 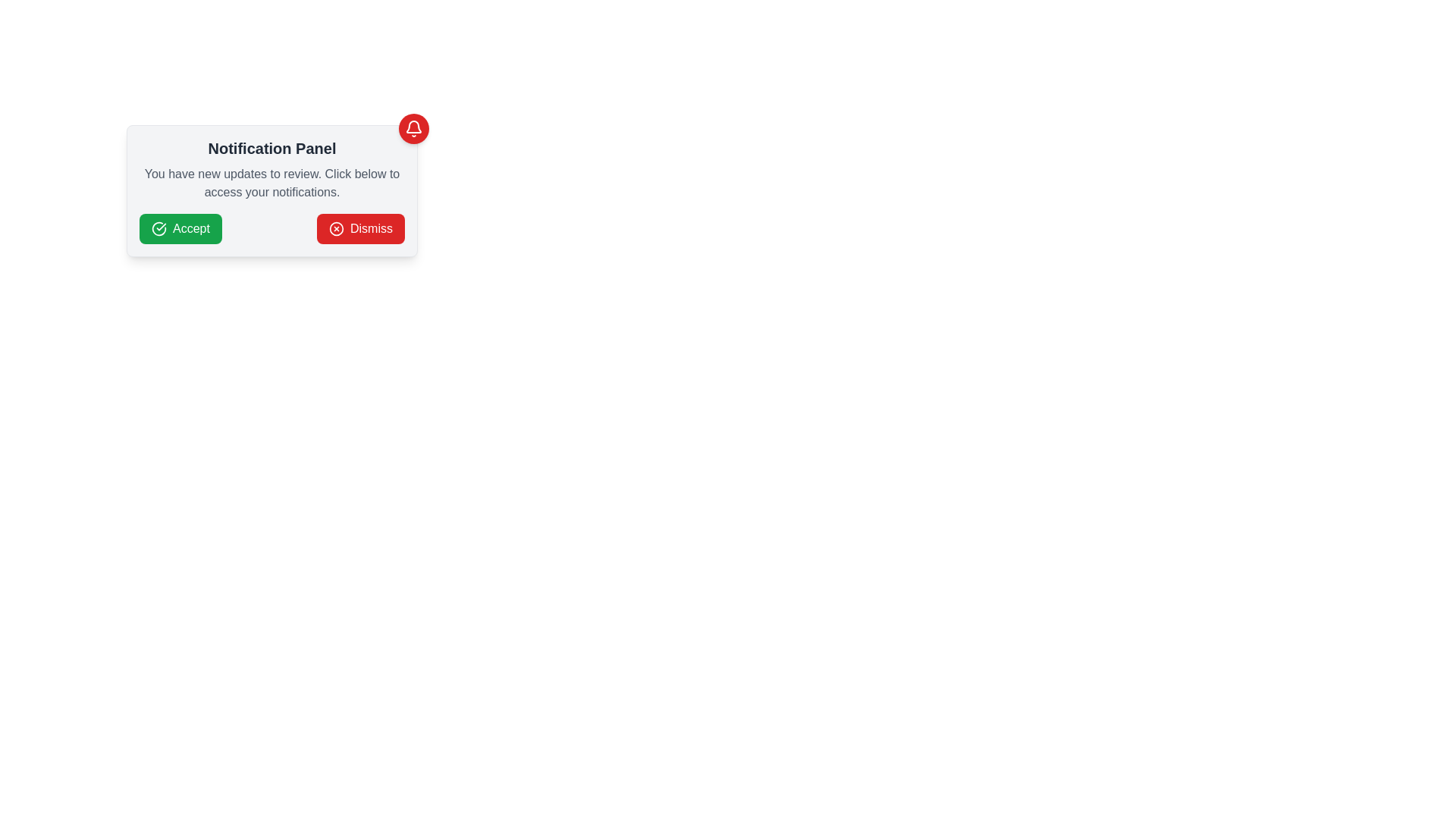 What do you see at coordinates (359, 228) in the screenshot?
I see `the dismiss button located at the bottom right of the notification box` at bounding box center [359, 228].